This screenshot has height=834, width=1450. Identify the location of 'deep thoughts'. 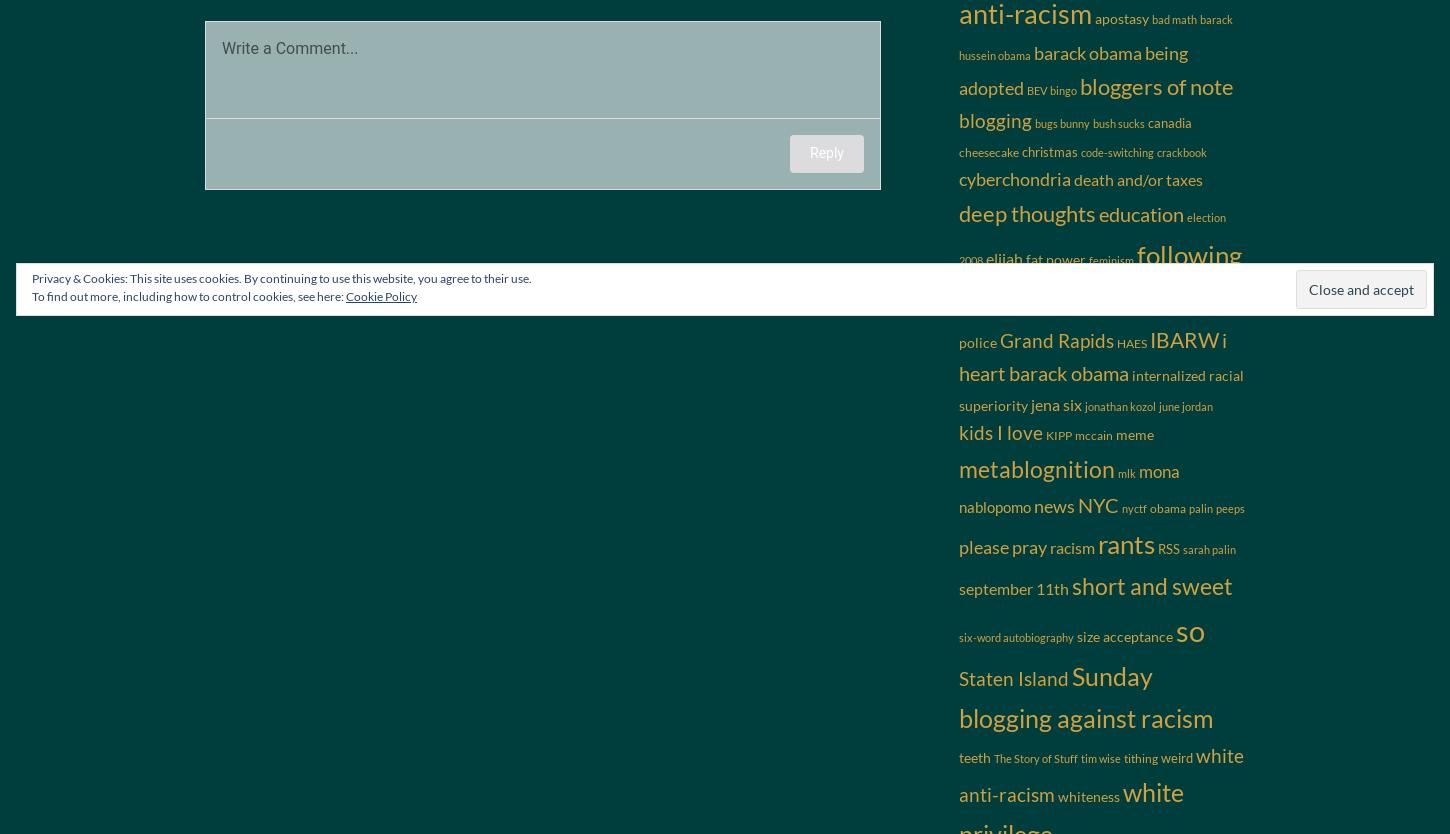
(958, 211).